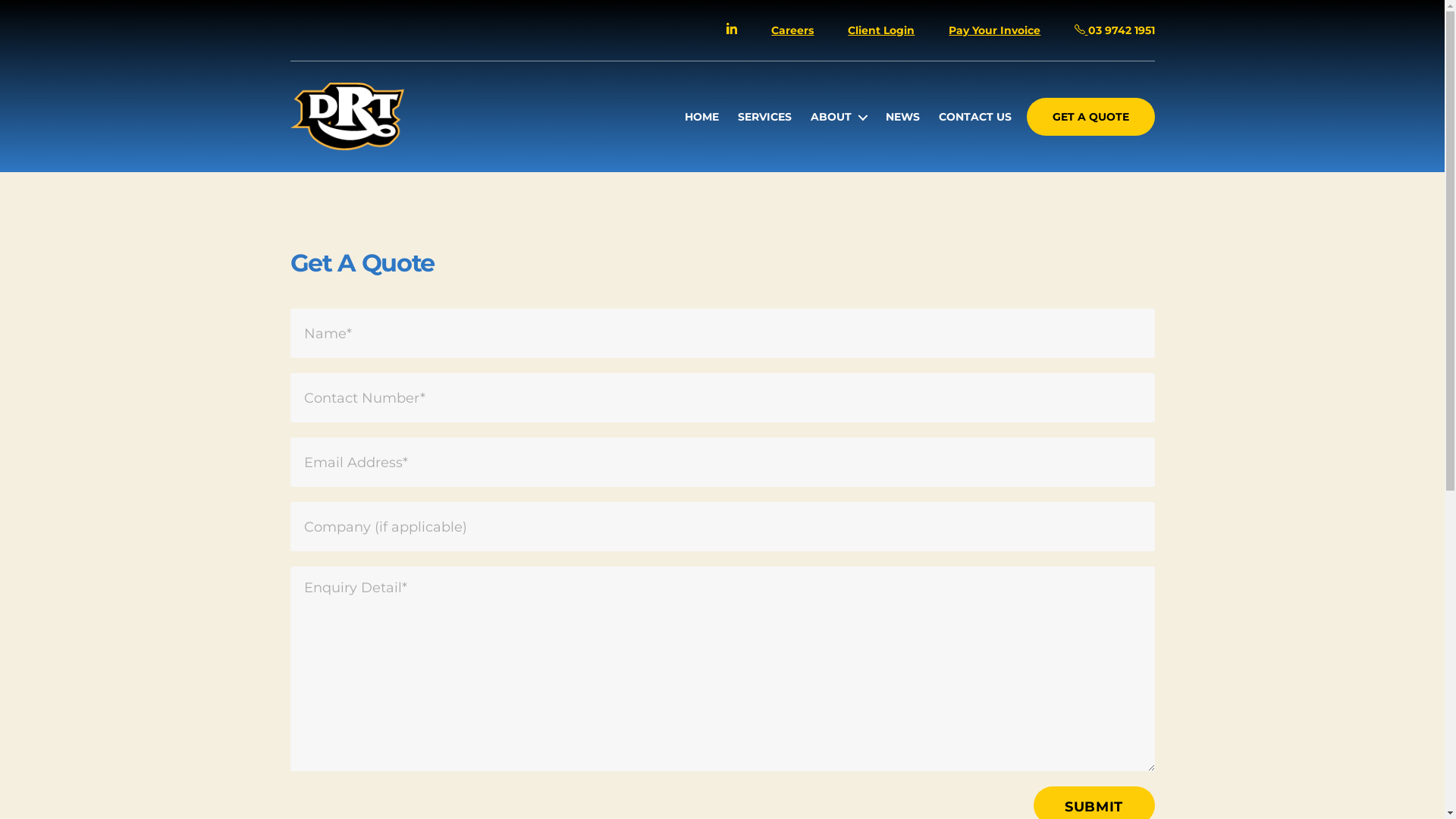 Image resolution: width=1456 pixels, height=819 pixels. I want to click on 'SERVICES', so click(738, 116).